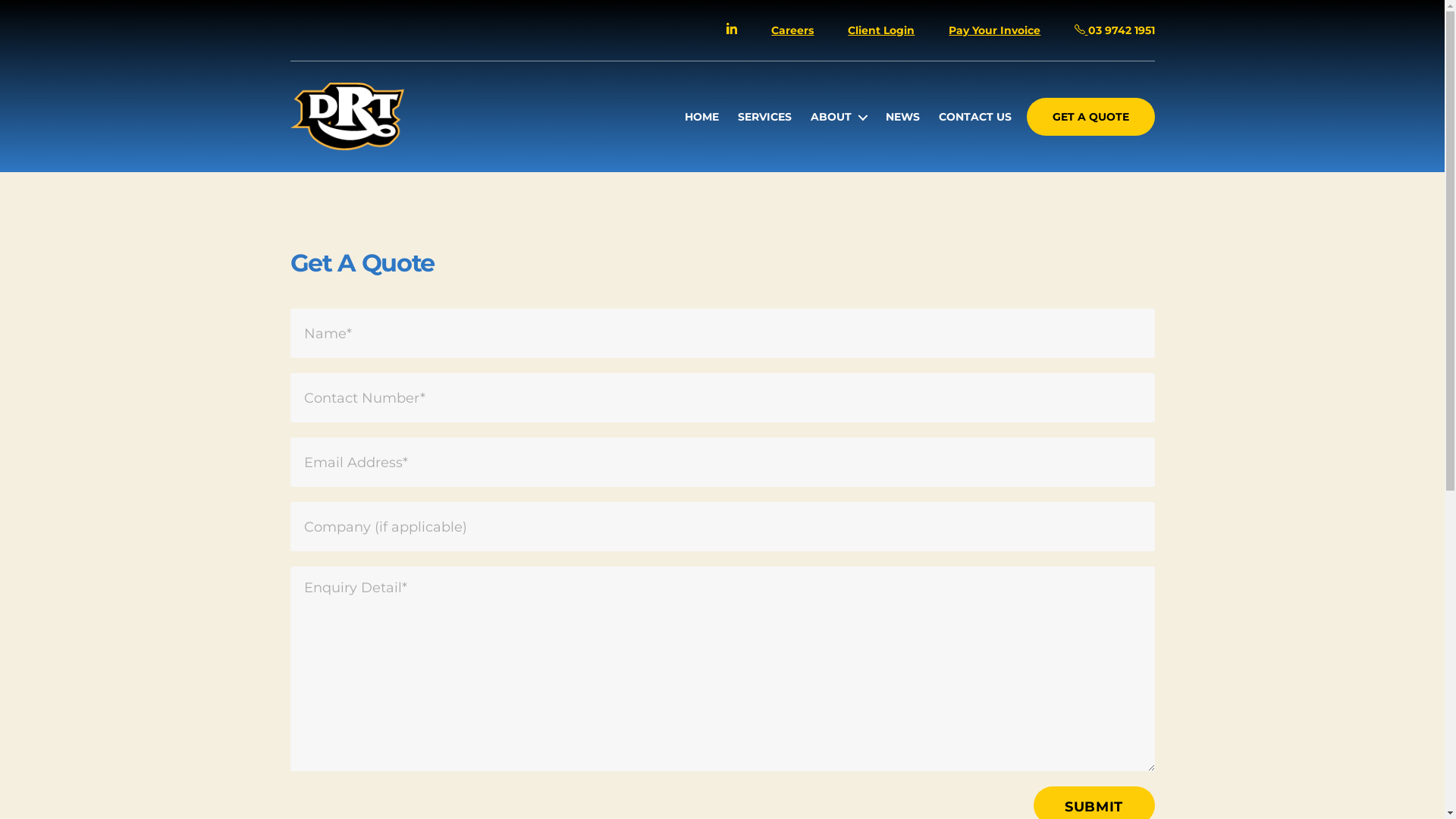 Image resolution: width=1456 pixels, height=819 pixels. I want to click on 'SERVICES', so click(738, 116).